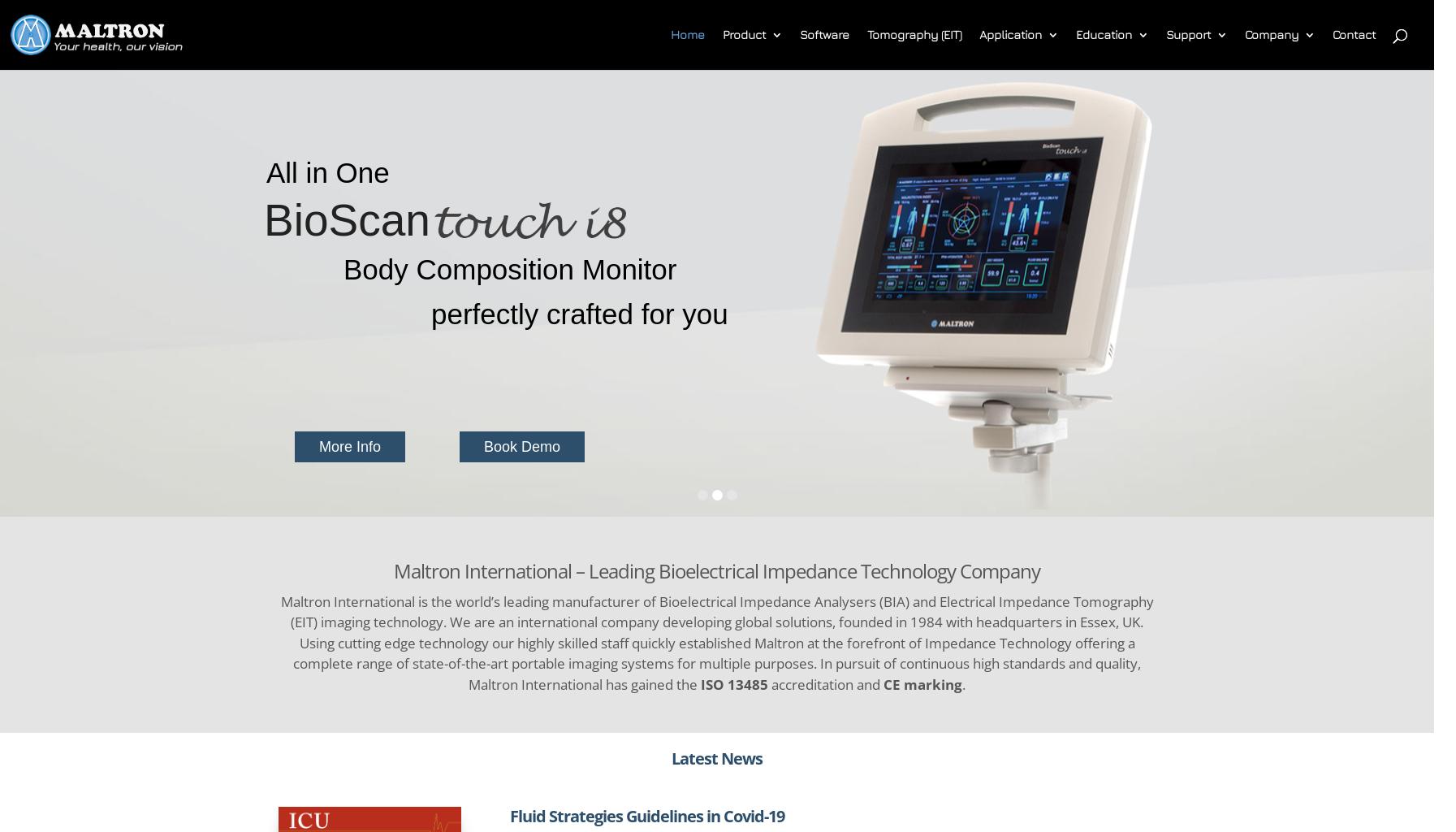  Describe the element at coordinates (922, 682) in the screenshot. I see `'CE marking'` at that location.